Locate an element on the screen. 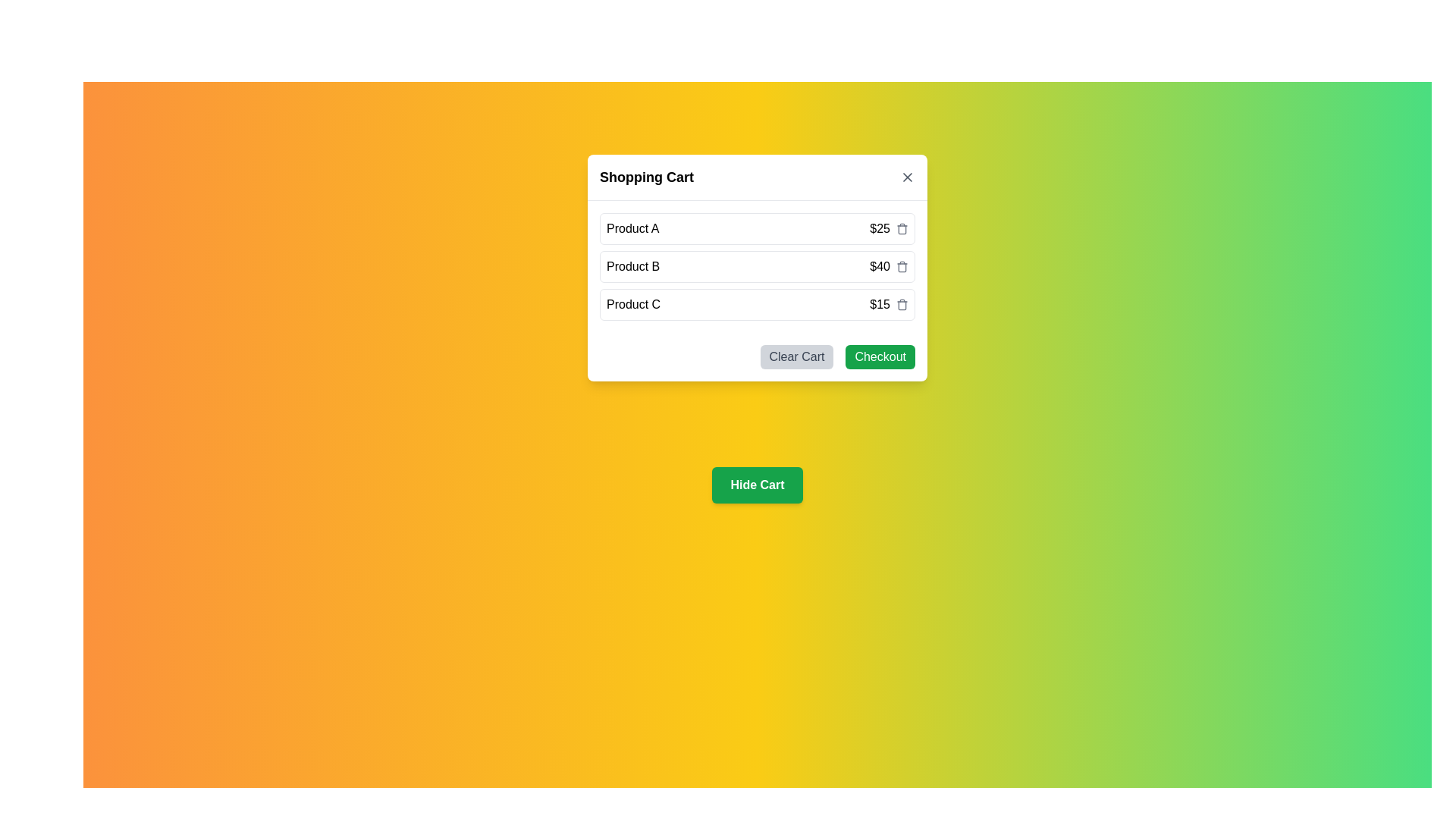 This screenshot has height=819, width=1456. properties of the Action Bar located at the bottom of the shopping cart modal, which contains the 'Clear Cart' and 'Checkout' buttons is located at coordinates (757, 356).